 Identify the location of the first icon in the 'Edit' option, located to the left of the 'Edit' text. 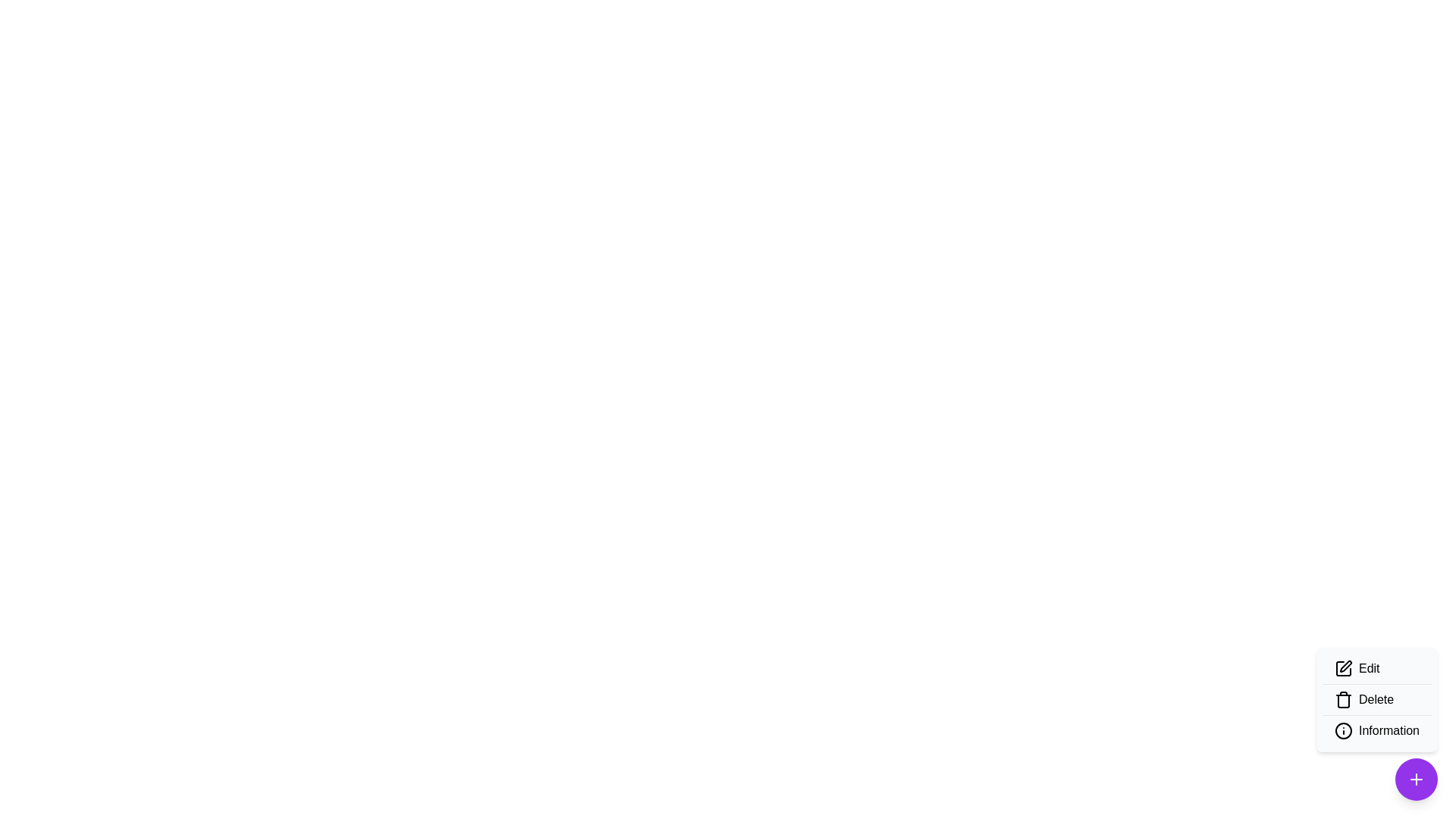
(1343, 668).